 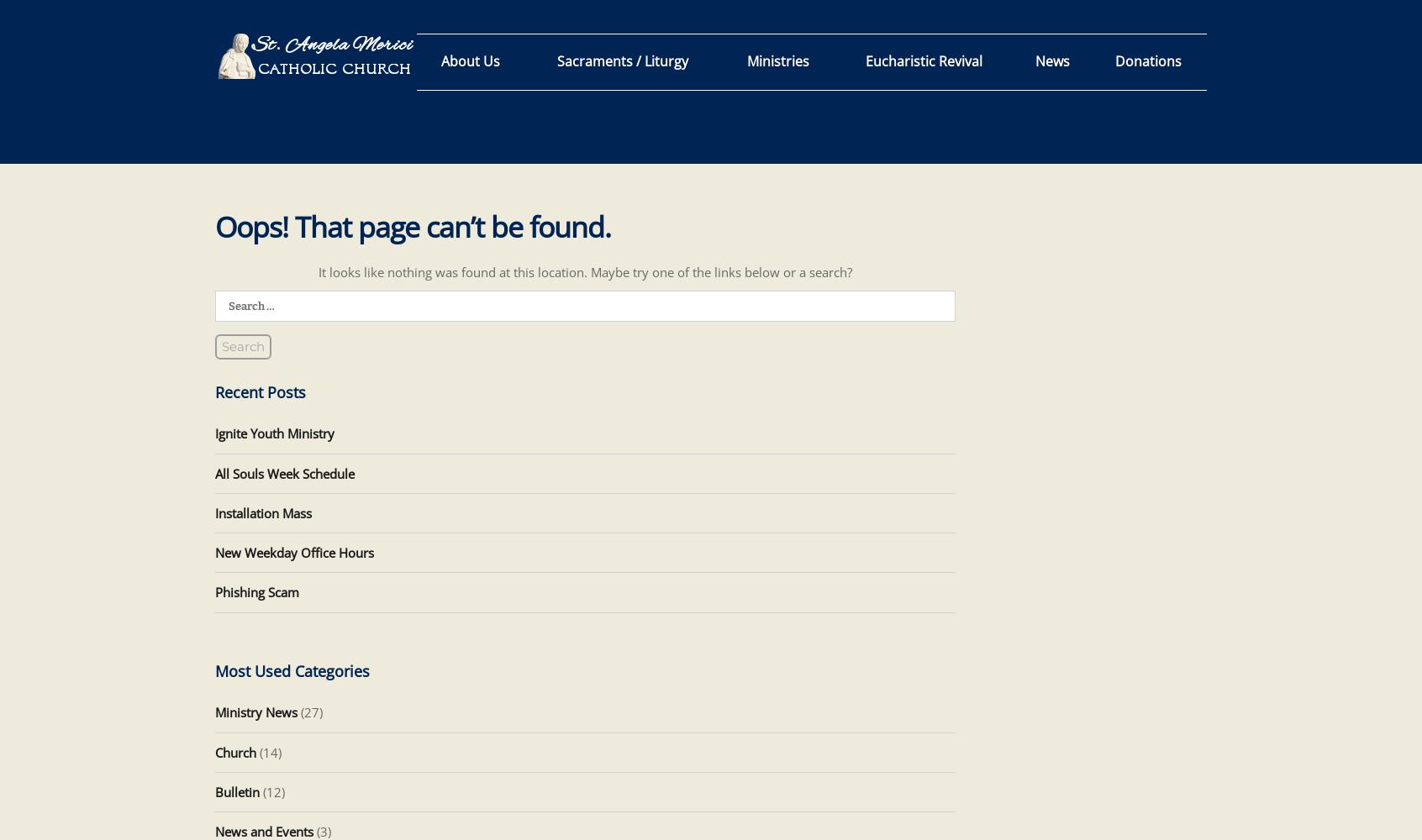 I want to click on 'Ignite Youth Ministry', so click(x=273, y=433).